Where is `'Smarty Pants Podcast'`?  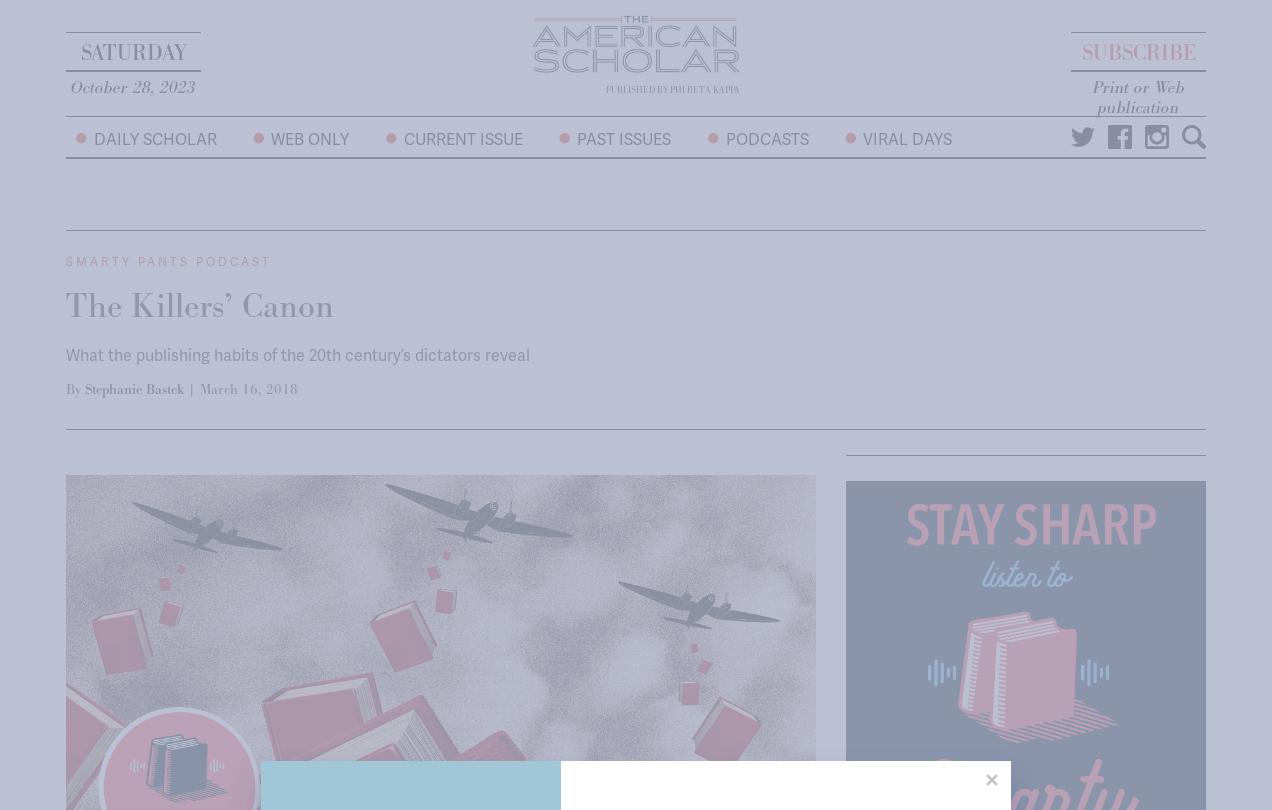
'Smarty Pants Podcast' is located at coordinates (169, 261).